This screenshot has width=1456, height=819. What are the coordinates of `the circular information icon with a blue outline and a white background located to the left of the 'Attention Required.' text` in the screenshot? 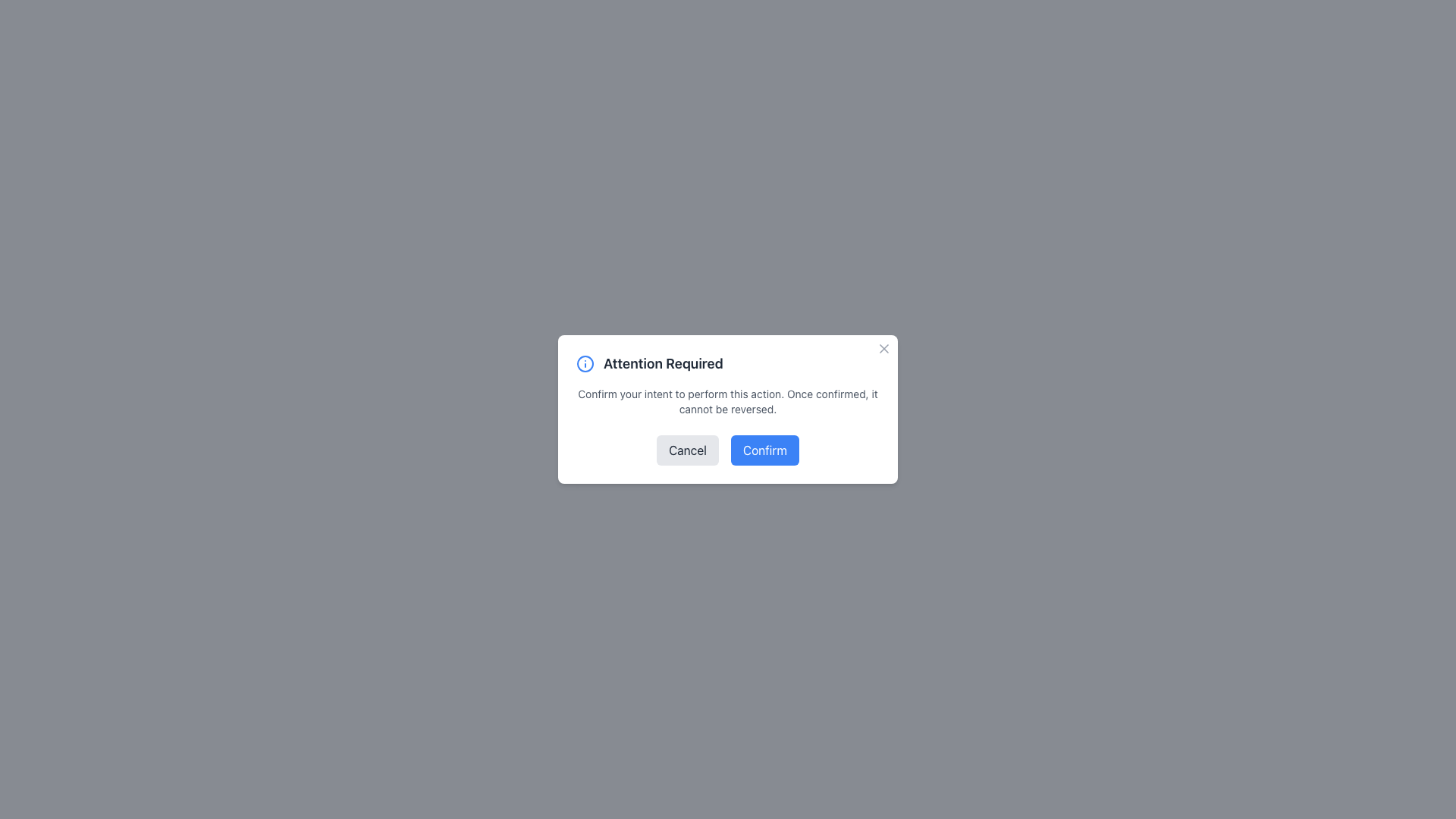 It's located at (585, 363).